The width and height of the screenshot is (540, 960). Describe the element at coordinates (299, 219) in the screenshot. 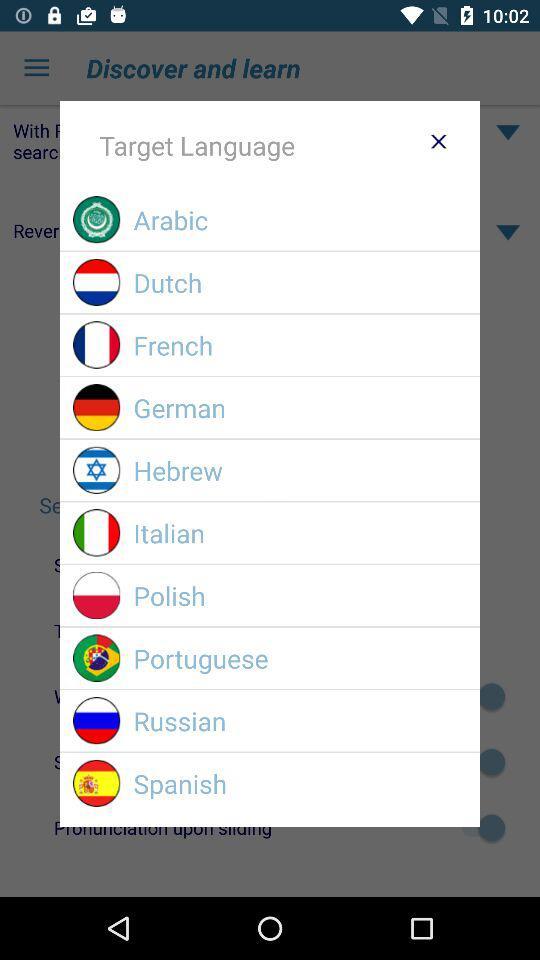

I see `item above the dutch icon` at that location.